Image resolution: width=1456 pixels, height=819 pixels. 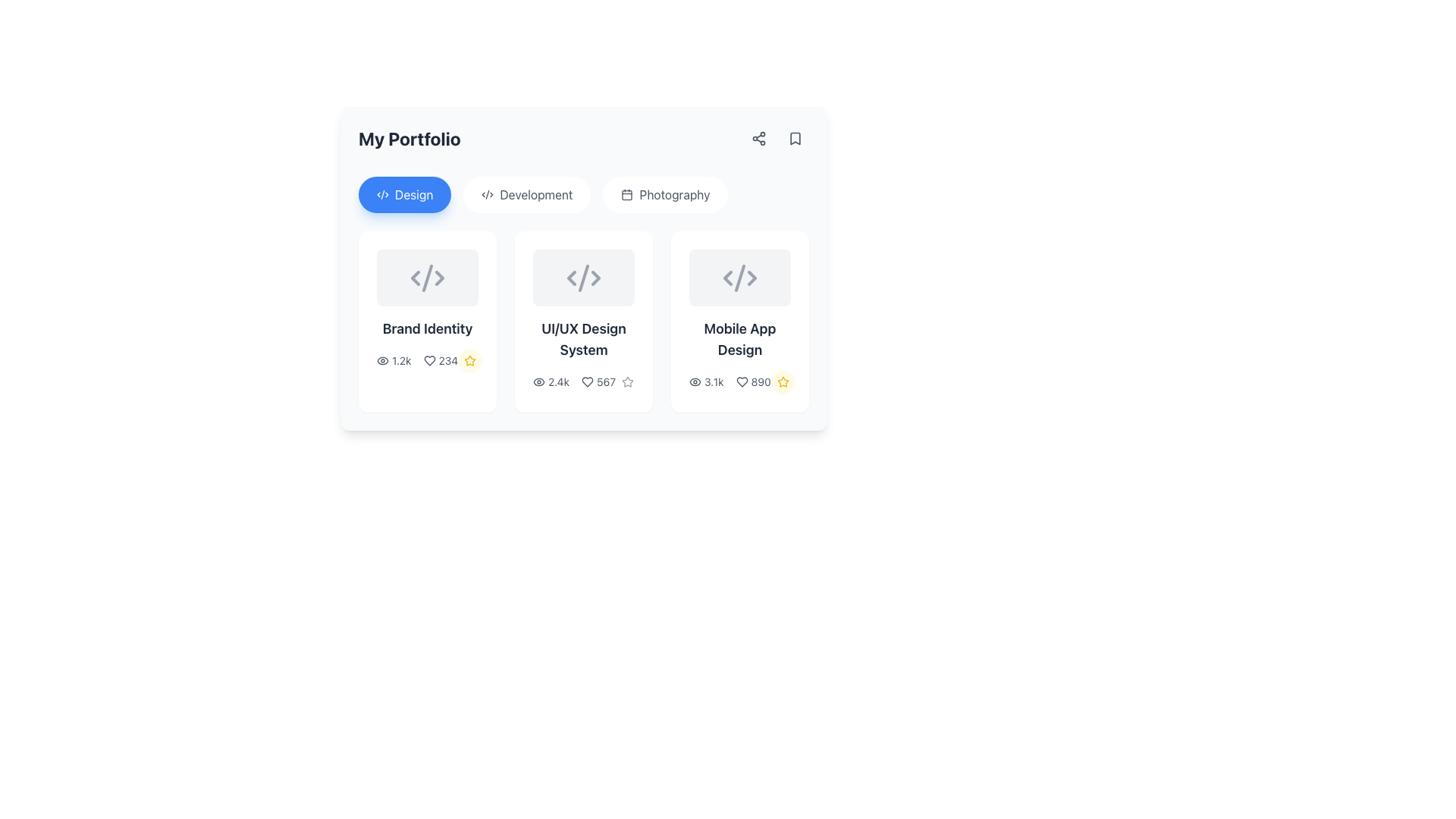 What do you see at coordinates (427, 360) in the screenshot?
I see `the icons representing numerical statistics (eye, heart, star) in the lower section of the 'Brand Identity' card in the 'Design' category` at bounding box center [427, 360].